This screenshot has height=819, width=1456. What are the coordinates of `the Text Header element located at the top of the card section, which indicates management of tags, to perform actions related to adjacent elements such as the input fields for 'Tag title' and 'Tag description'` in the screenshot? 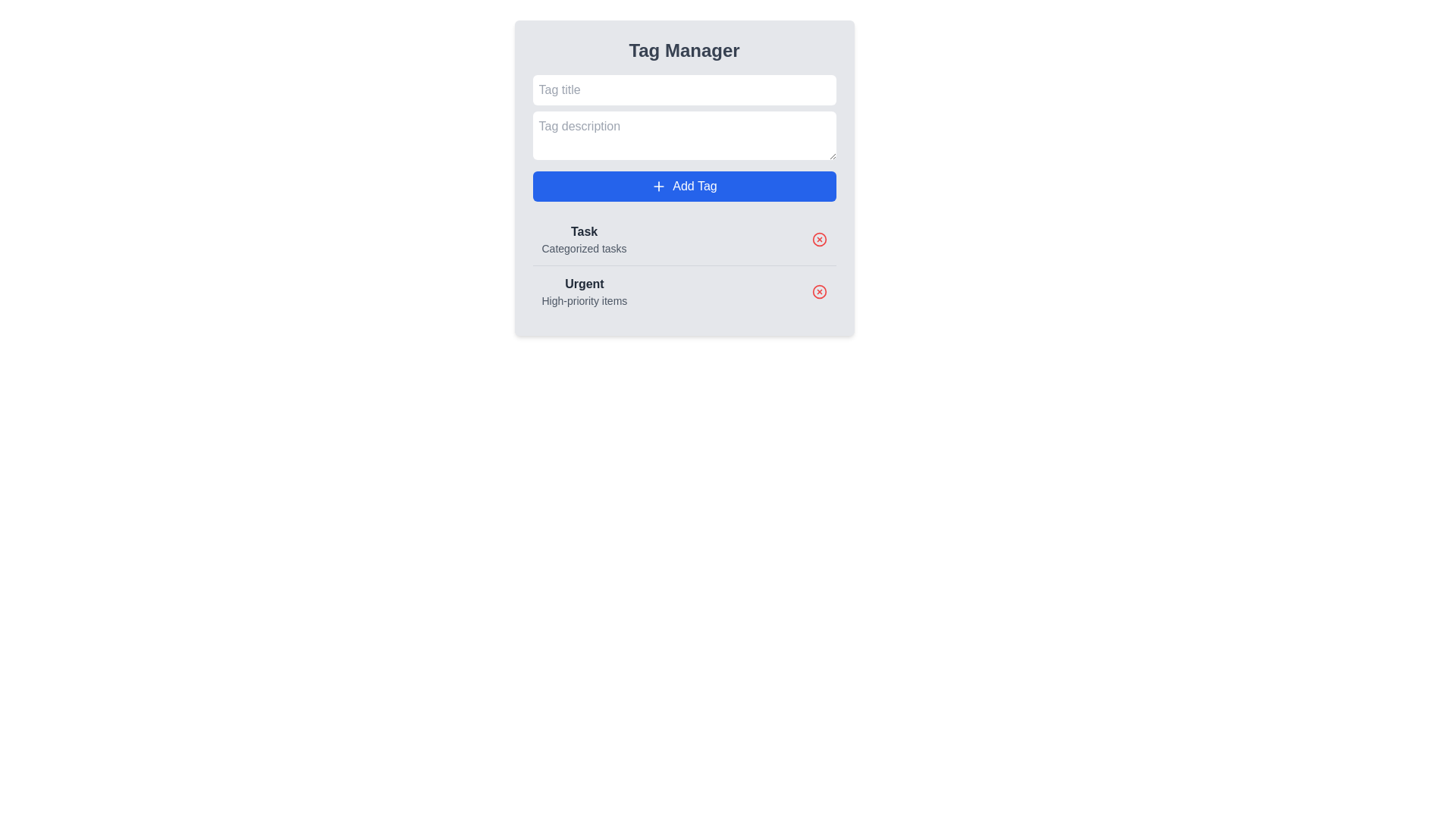 It's located at (683, 49).